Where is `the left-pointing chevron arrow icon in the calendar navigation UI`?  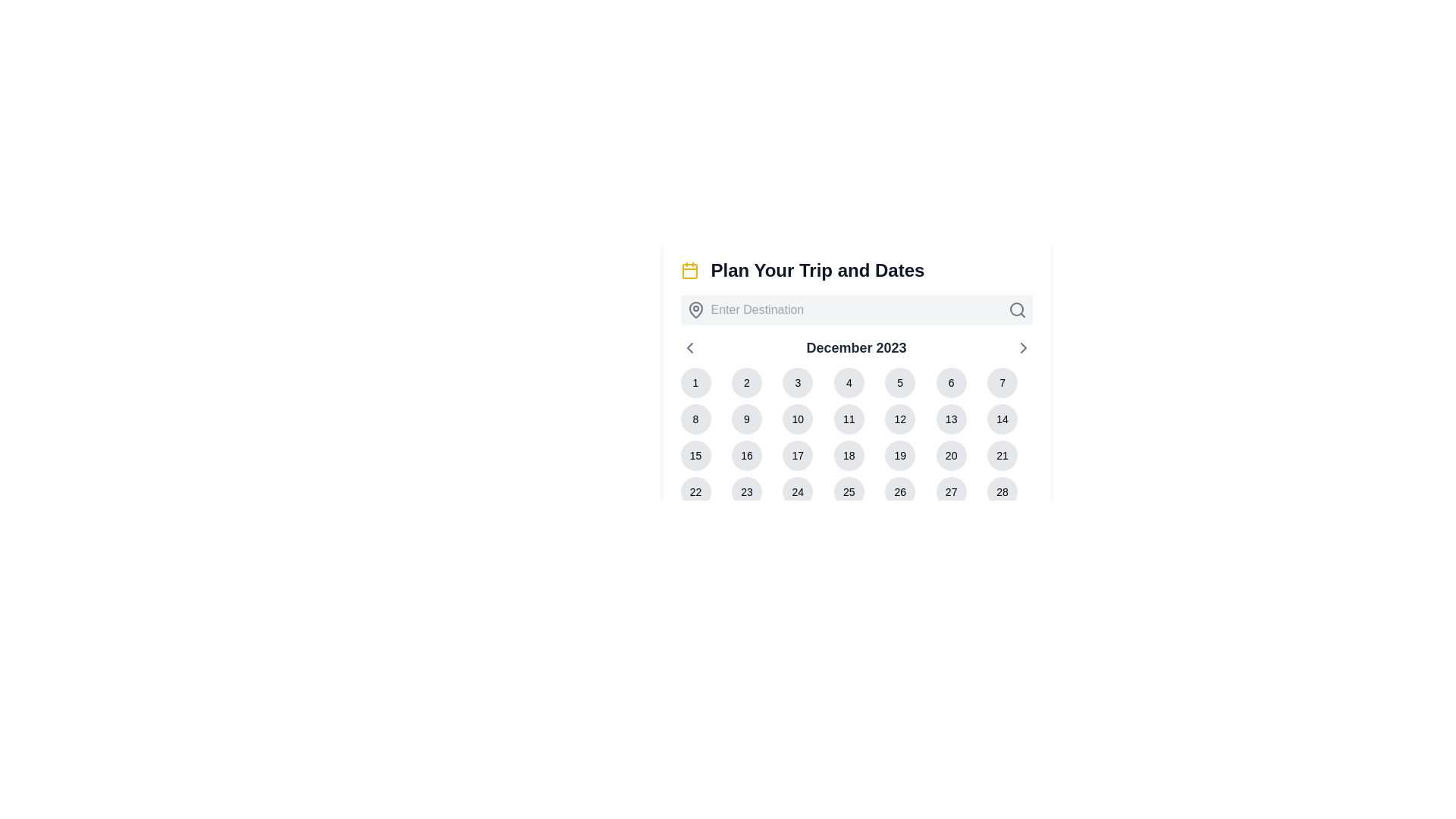
the left-pointing chevron arrow icon in the calendar navigation UI is located at coordinates (689, 348).